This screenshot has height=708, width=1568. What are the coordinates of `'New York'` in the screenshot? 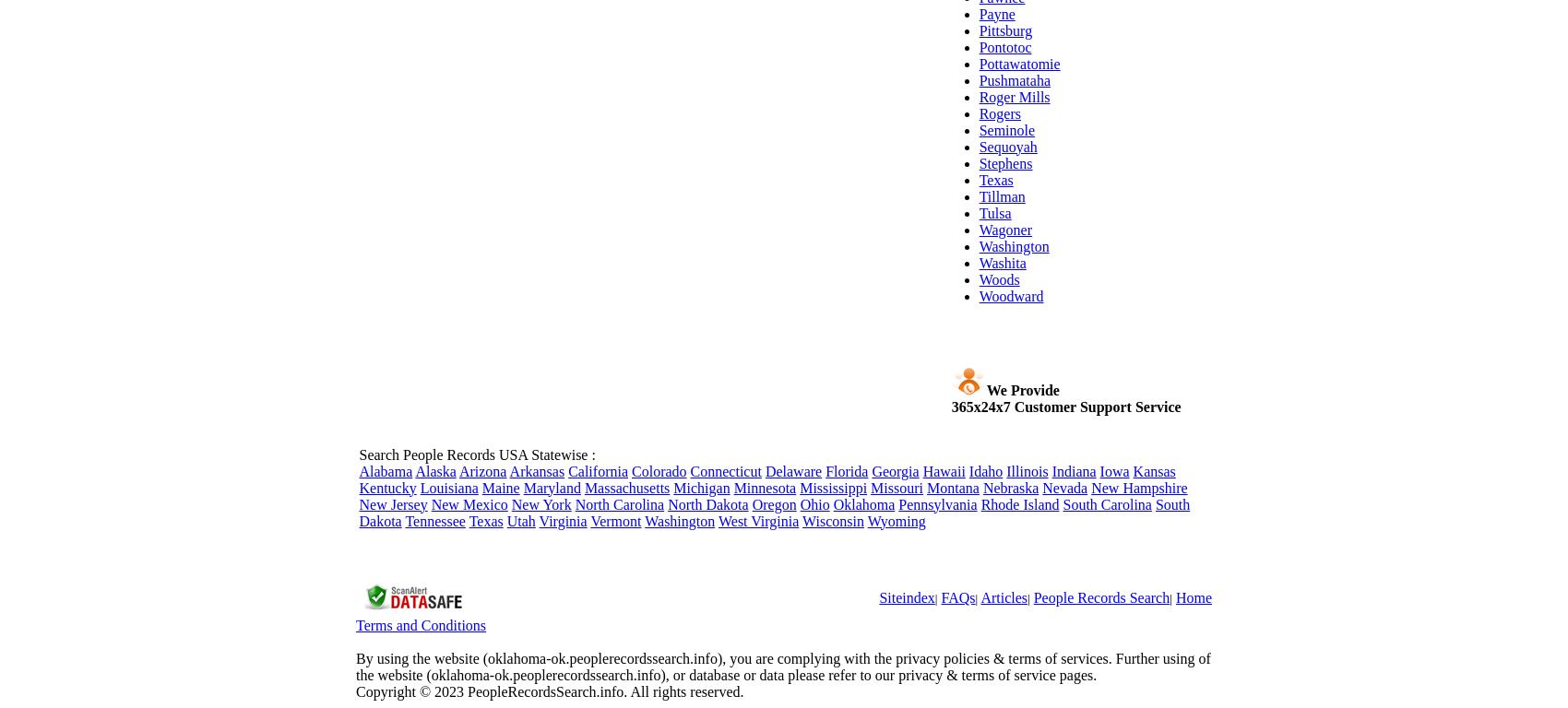 It's located at (510, 503).